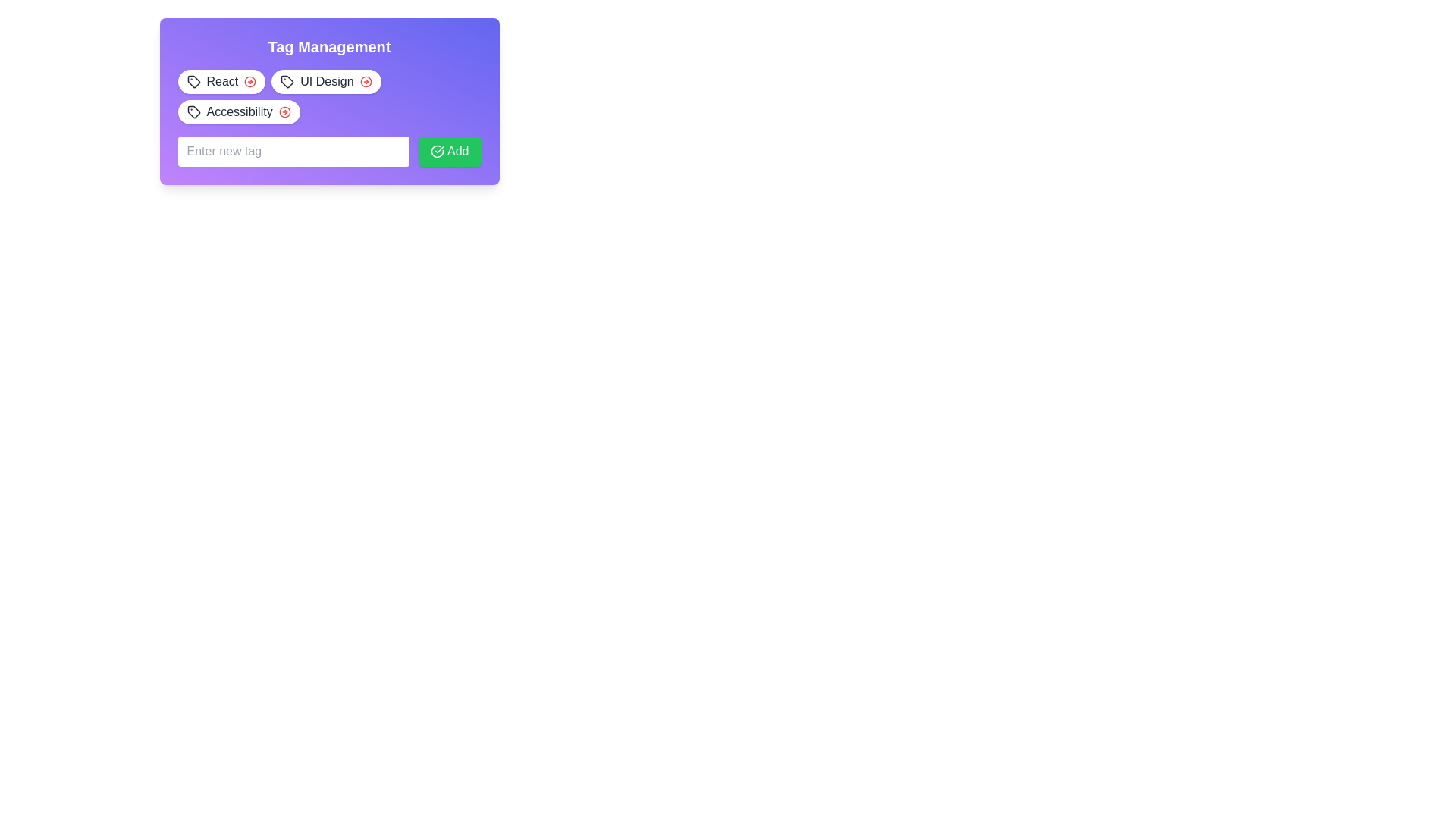  Describe the element at coordinates (366, 82) in the screenshot. I see `the SVG circle element with a thin border, which is part of an icon group positioned to the right of the 'Tag Management' header` at that location.